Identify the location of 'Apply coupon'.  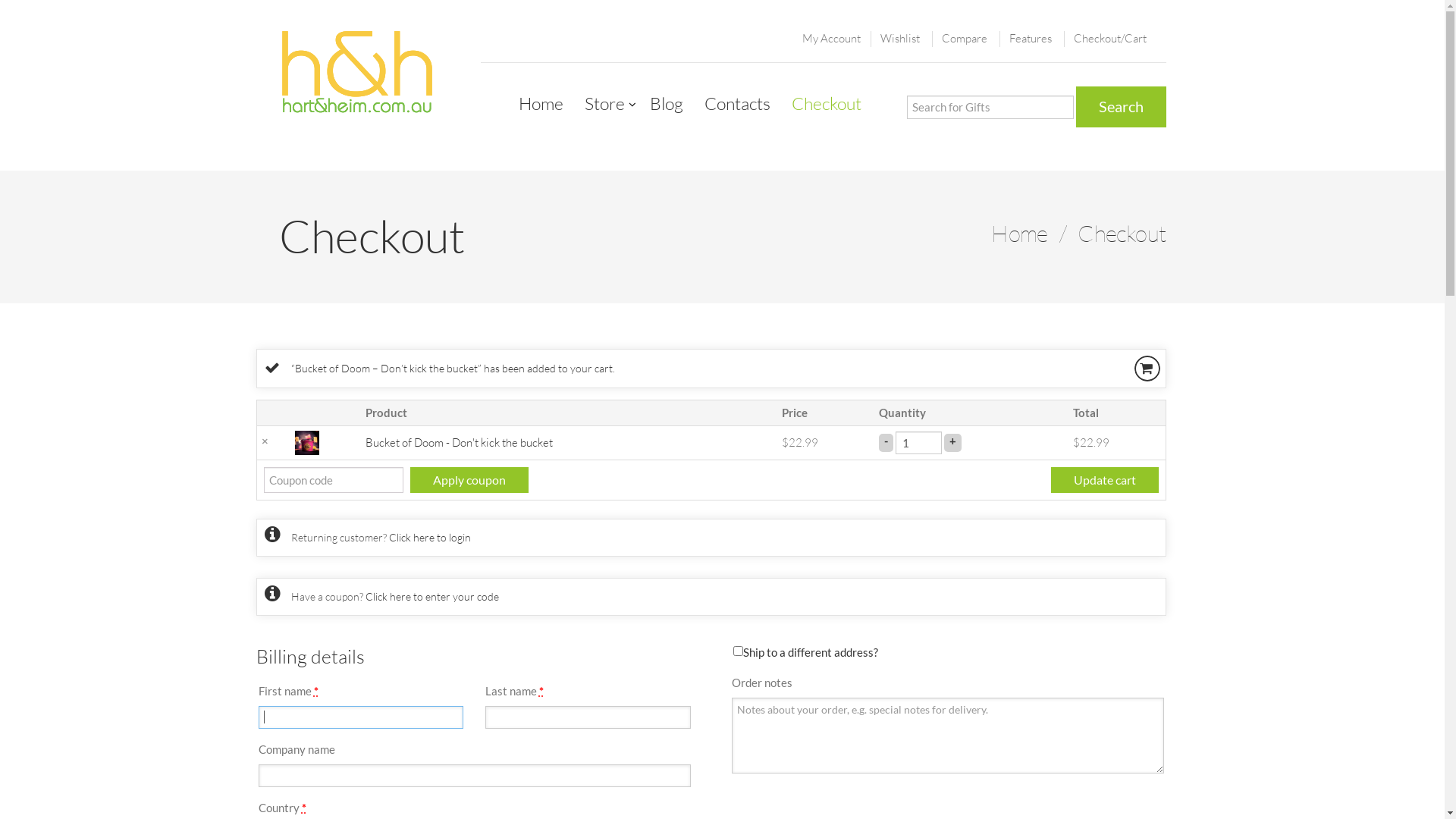
(409, 479).